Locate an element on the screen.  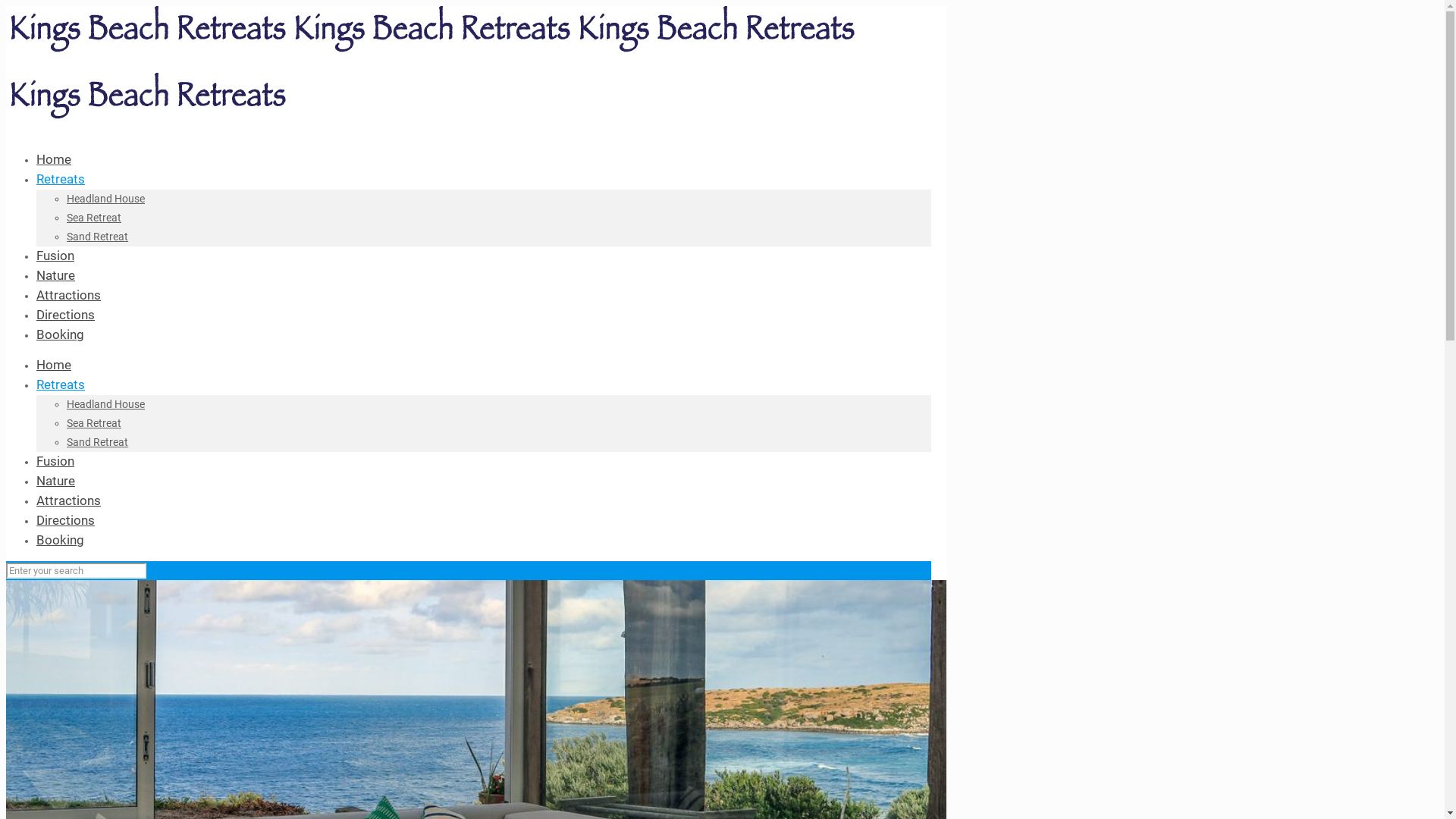
'Headland House' is located at coordinates (65, 198).